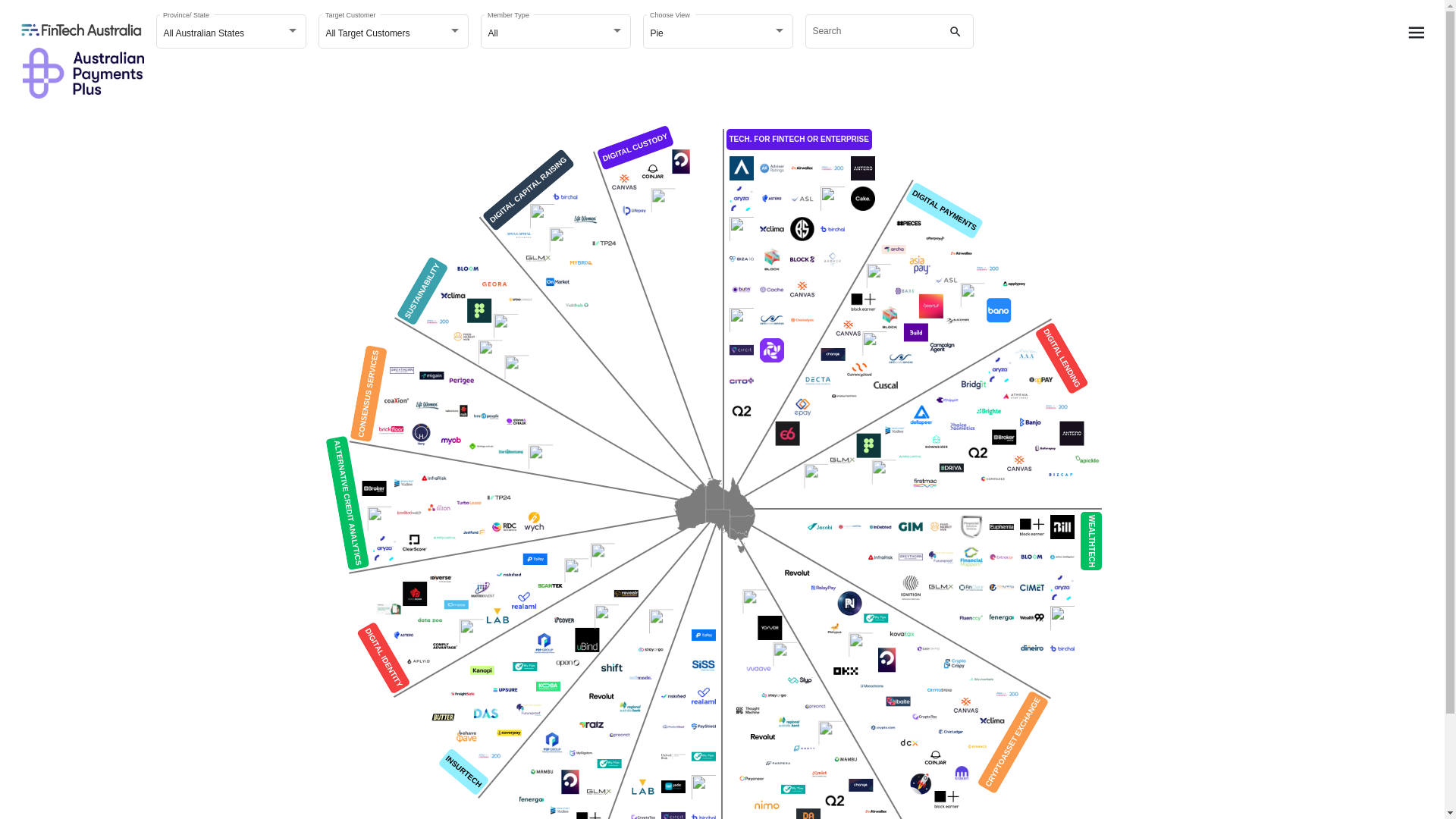 Image resolution: width=1456 pixels, height=819 pixels. I want to click on 'CIMET Sales Pty Ltd', so click(1031, 587).